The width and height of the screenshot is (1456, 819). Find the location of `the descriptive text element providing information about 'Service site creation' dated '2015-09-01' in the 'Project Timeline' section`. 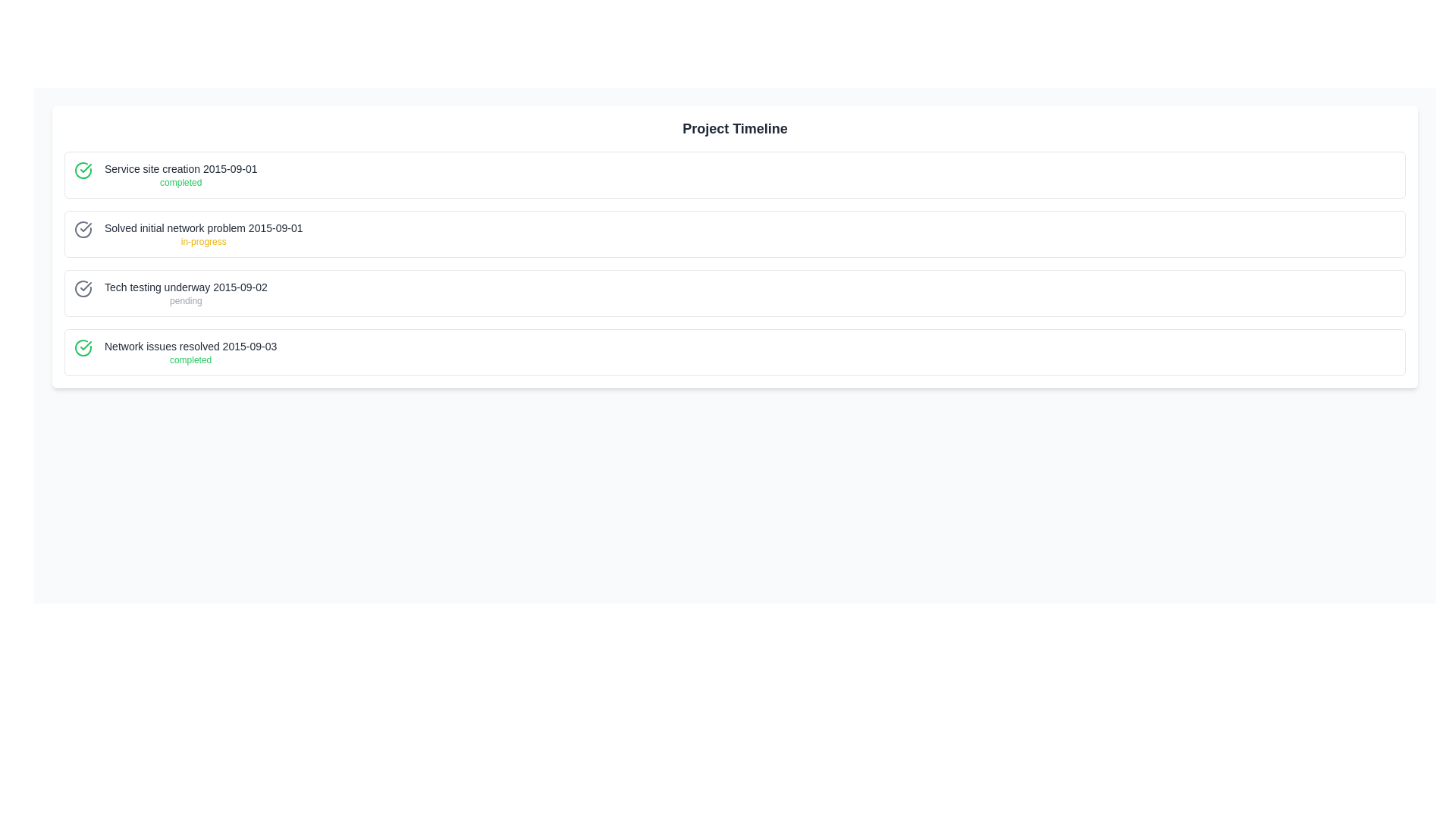

the descriptive text element providing information about 'Service site creation' dated '2015-09-01' in the 'Project Timeline' section is located at coordinates (180, 169).